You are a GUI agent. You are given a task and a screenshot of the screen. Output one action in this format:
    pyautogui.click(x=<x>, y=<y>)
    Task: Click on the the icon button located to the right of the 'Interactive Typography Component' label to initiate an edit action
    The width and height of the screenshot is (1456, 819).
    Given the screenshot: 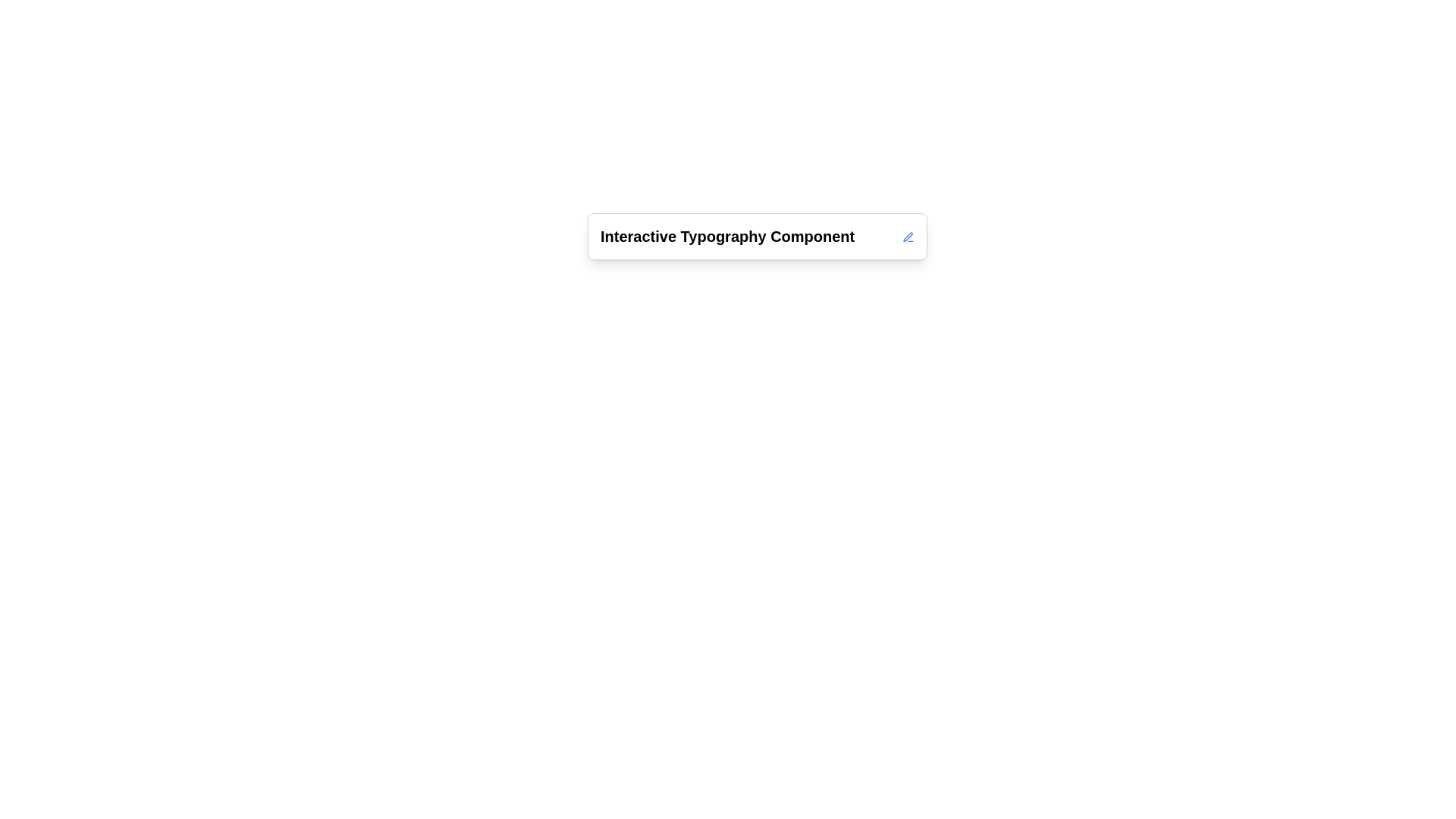 What is the action you would take?
    pyautogui.click(x=908, y=237)
    